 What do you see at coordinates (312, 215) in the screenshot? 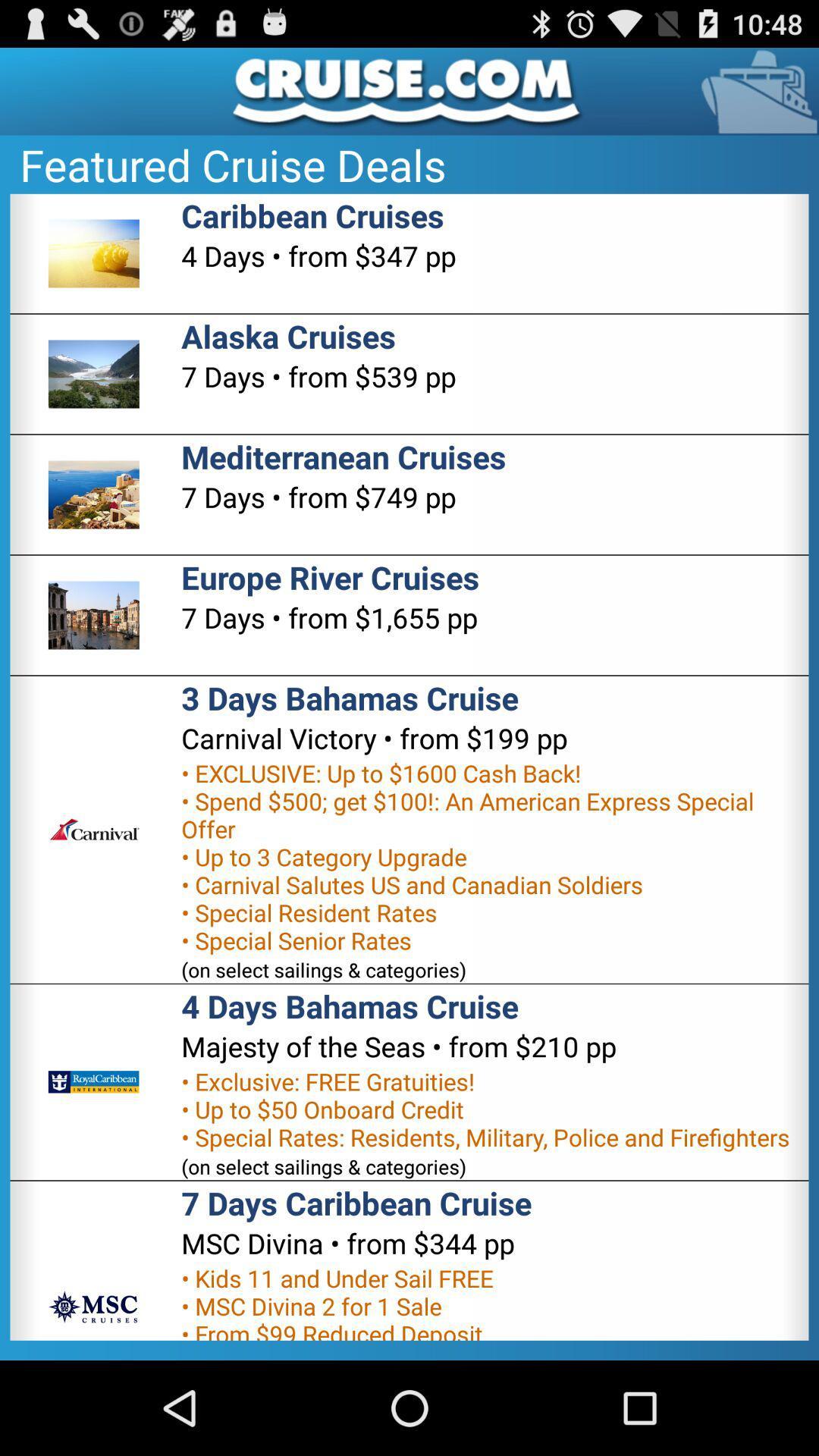
I see `the item below the featured cruise deals icon` at bounding box center [312, 215].